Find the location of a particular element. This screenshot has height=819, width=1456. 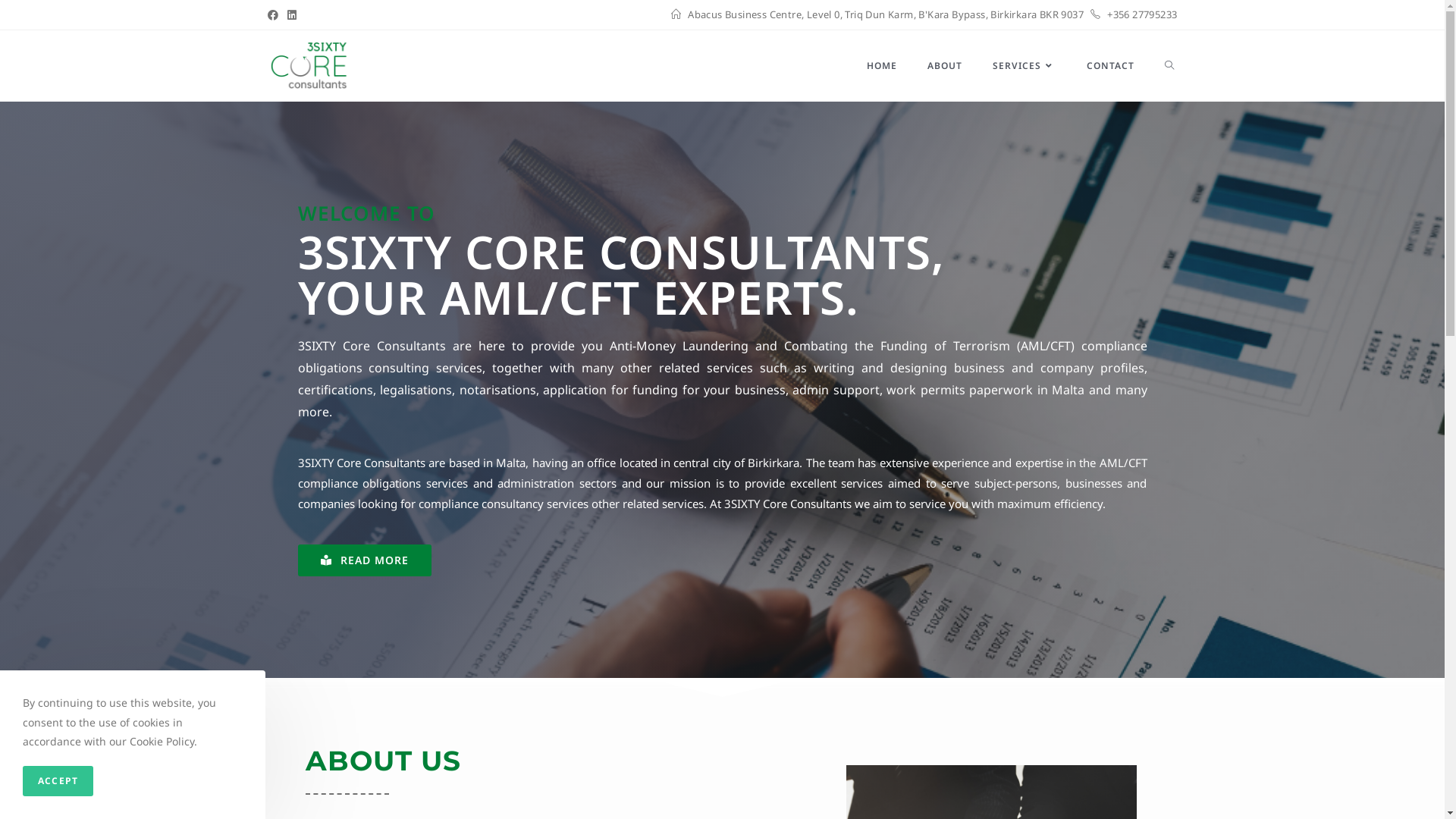

'ACCEPT' is located at coordinates (58, 780).